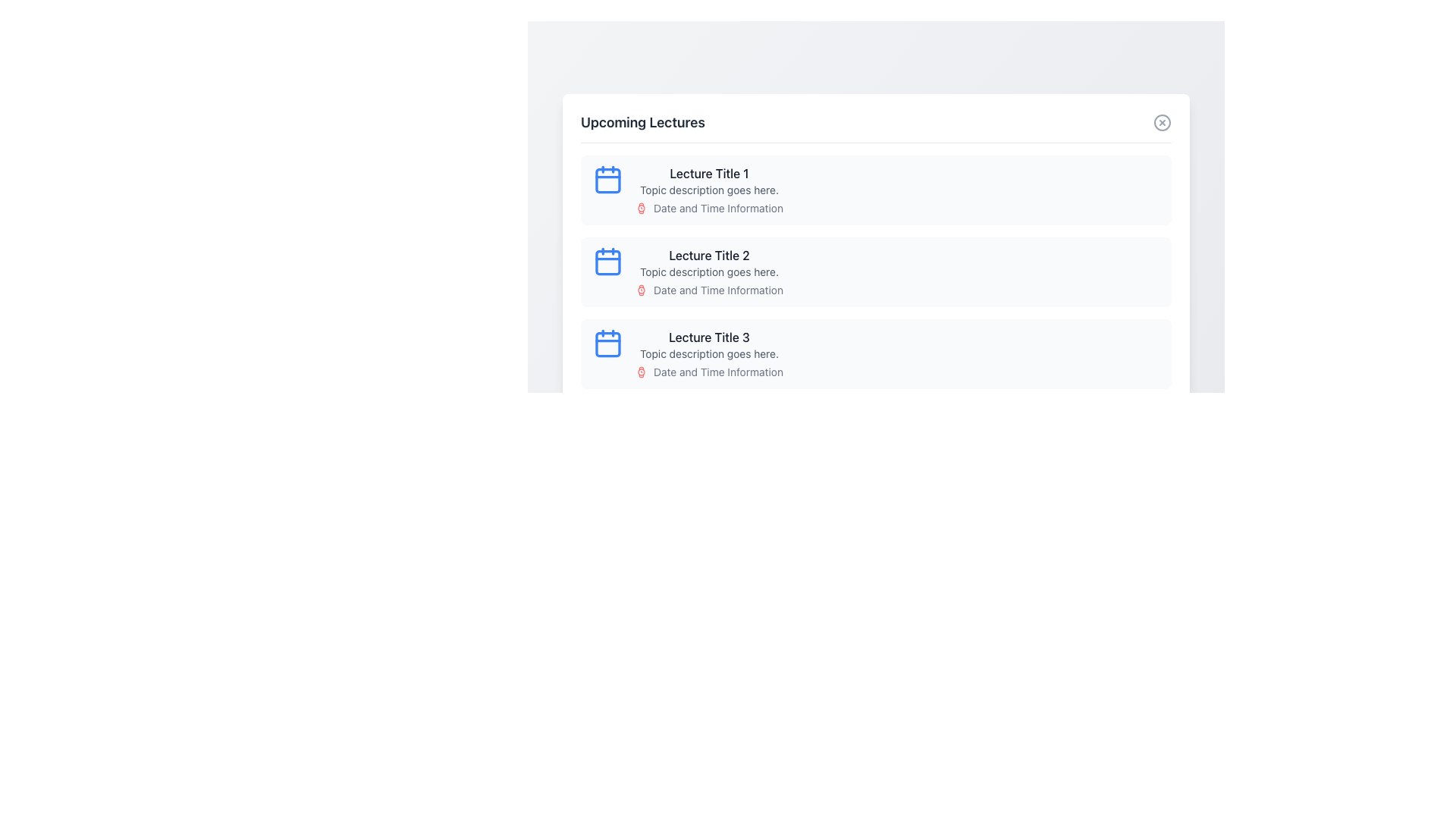 This screenshot has width=1456, height=819. What do you see at coordinates (708, 208) in the screenshot?
I see `the static text label 'Date and Time Information' with a red clock icon, positioned below the topic description and aligned with the date and time section in the first lecture row` at bounding box center [708, 208].